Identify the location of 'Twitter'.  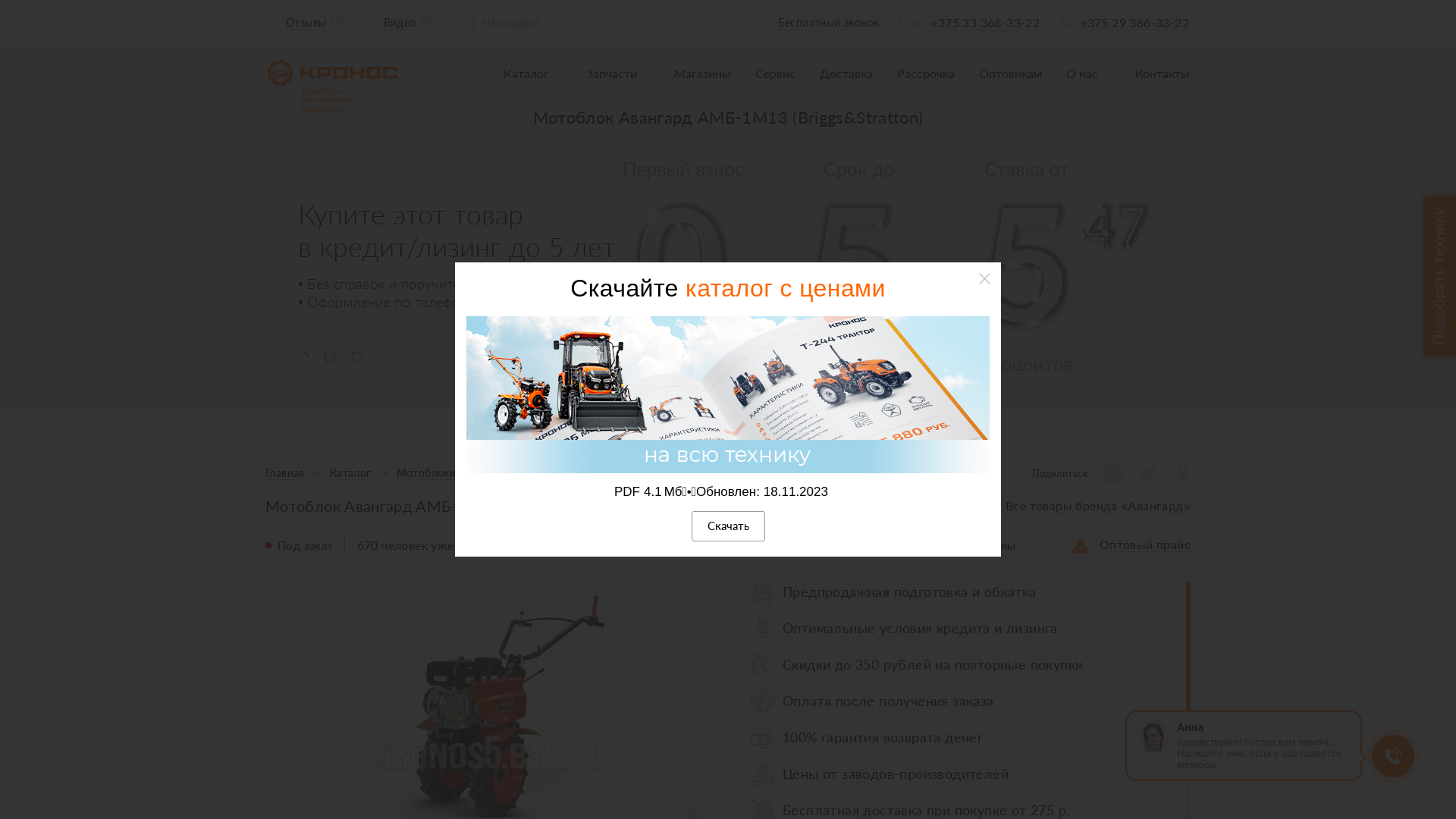
(1147, 472).